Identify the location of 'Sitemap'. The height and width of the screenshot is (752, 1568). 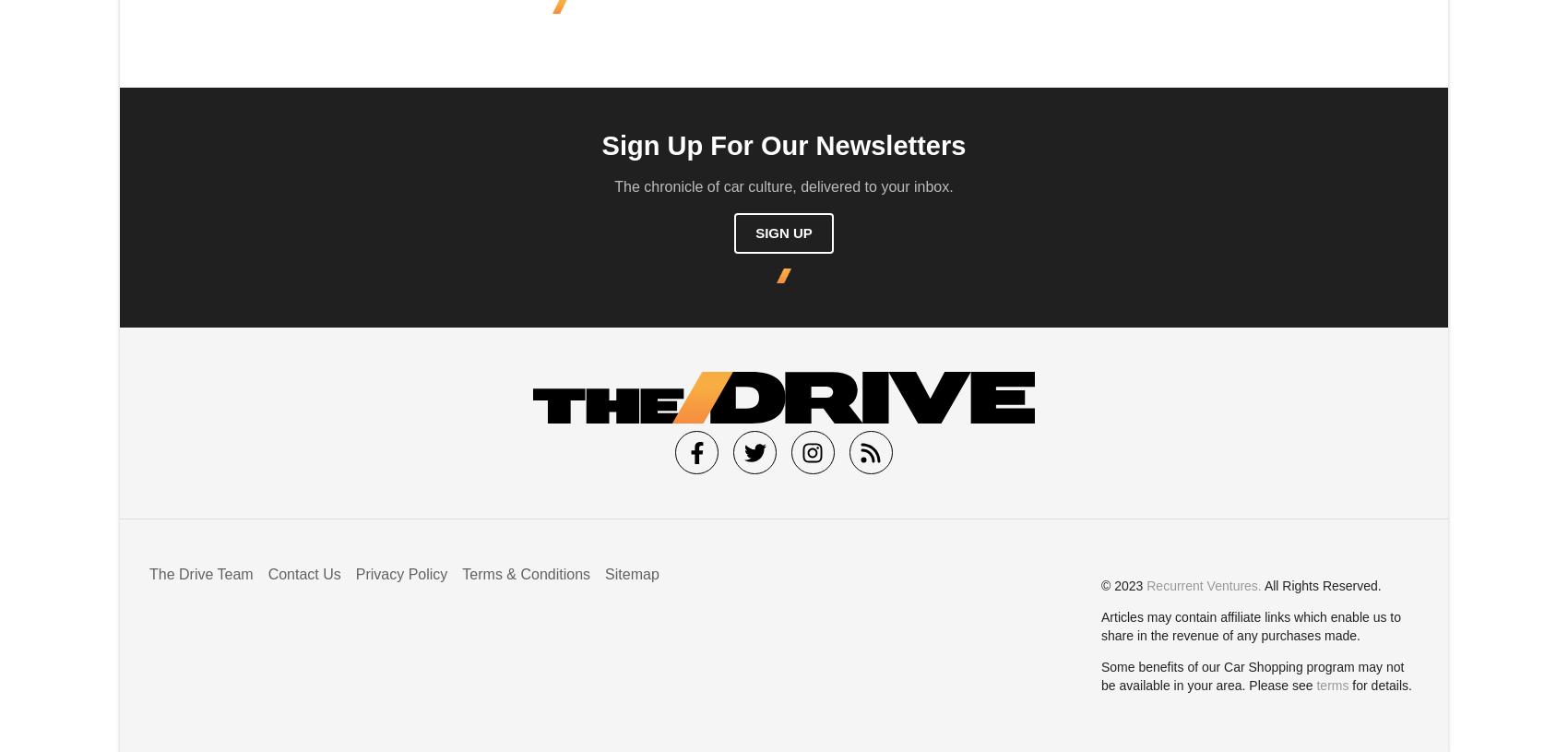
(631, 573).